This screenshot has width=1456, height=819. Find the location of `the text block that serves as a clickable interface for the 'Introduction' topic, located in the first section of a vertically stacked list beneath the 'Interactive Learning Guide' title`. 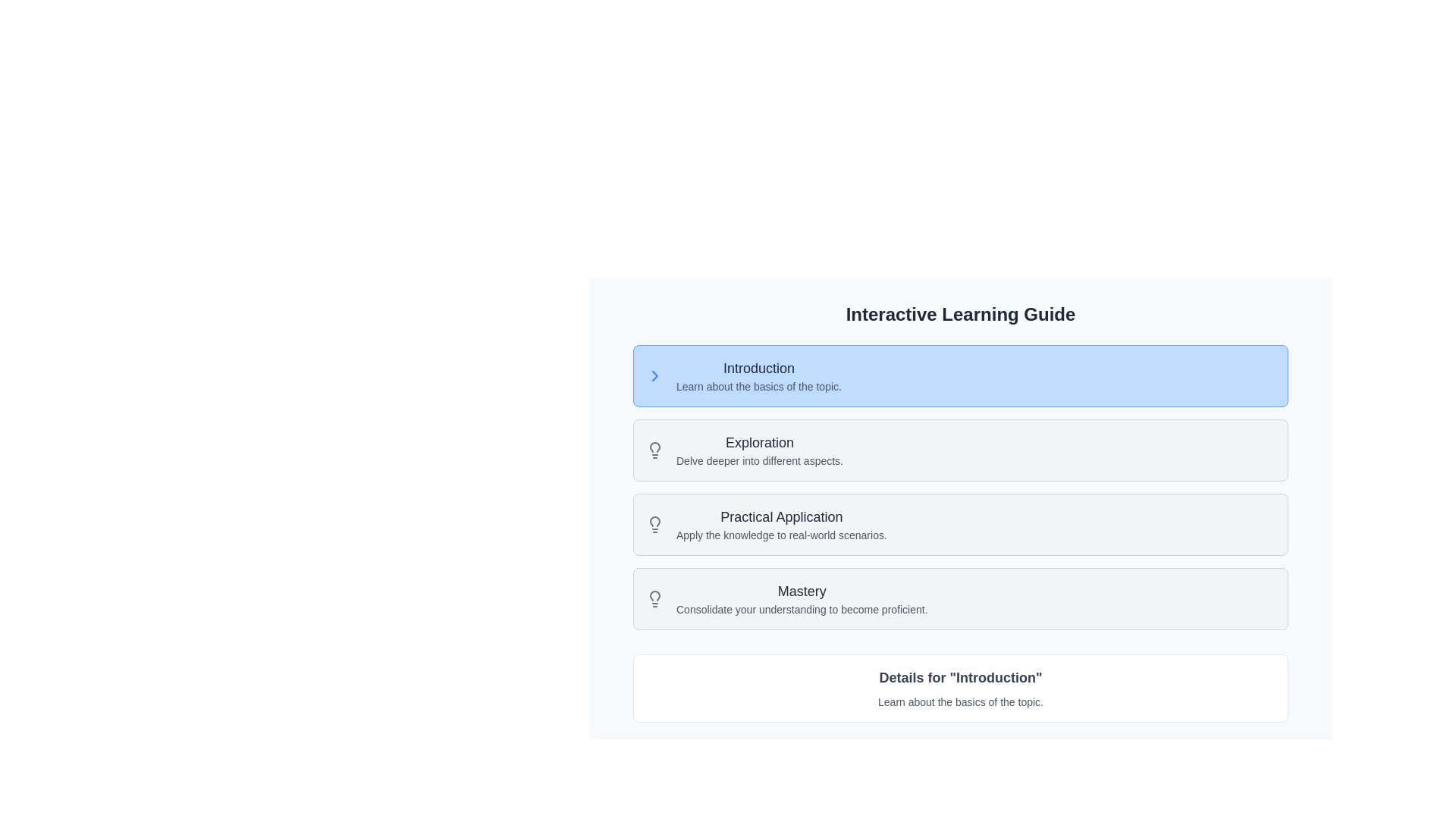

the text block that serves as a clickable interface for the 'Introduction' topic, located in the first section of a vertically stacked list beneath the 'Interactive Learning Guide' title is located at coordinates (758, 375).